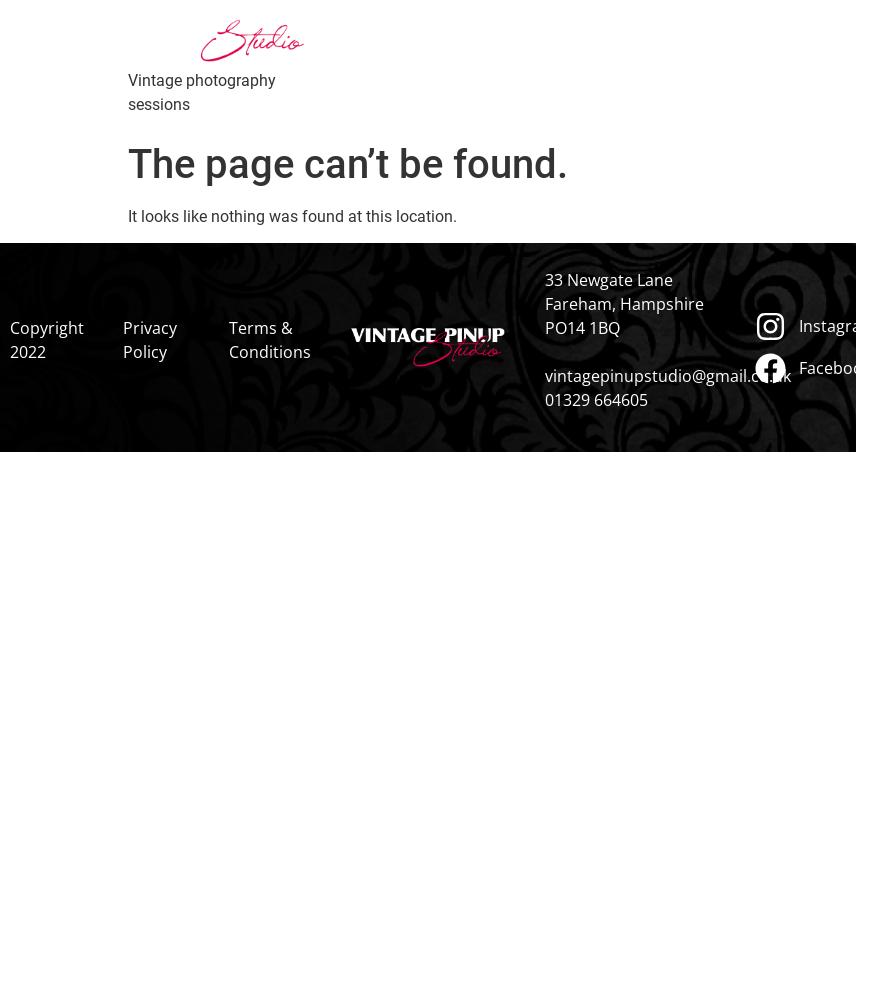 The width and height of the screenshot is (876, 1000). What do you see at coordinates (347, 163) in the screenshot?
I see `'The page can’t be found.'` at bounding box center [347, 163].